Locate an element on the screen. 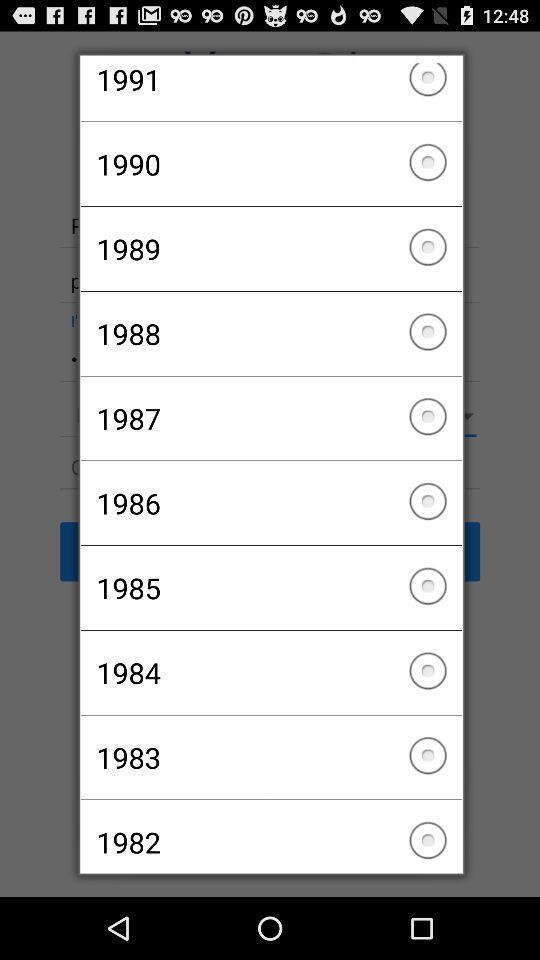  the checkbox above 1990 icon is located at coordinates (270, 92).